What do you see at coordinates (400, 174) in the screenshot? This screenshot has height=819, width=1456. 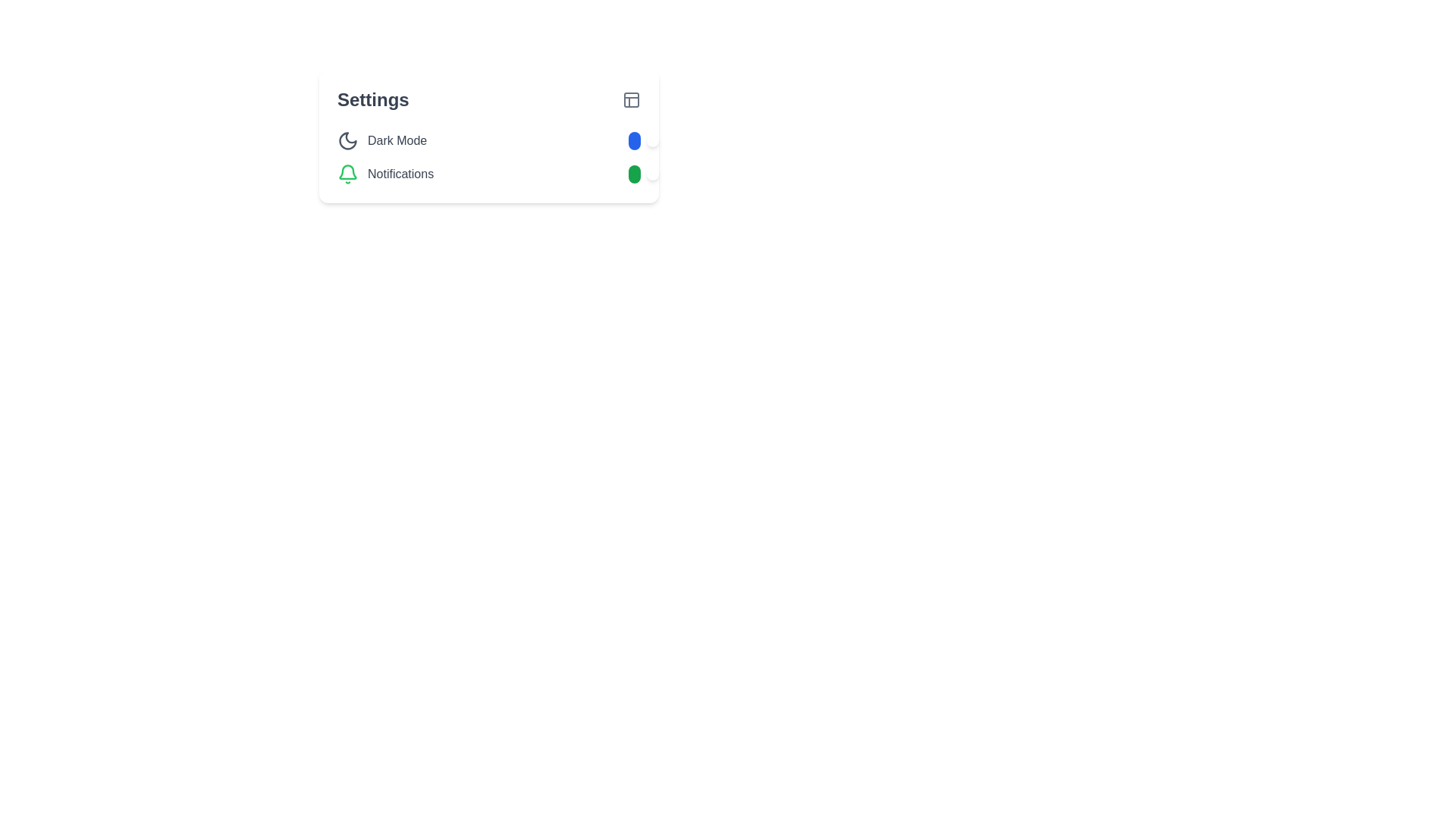 I see `the text label in the settings menu that indicates notification-related options, which is positioned below the 'Dark Mode' entry and aligned with a green bell icon` at bounding box center [400, 174].